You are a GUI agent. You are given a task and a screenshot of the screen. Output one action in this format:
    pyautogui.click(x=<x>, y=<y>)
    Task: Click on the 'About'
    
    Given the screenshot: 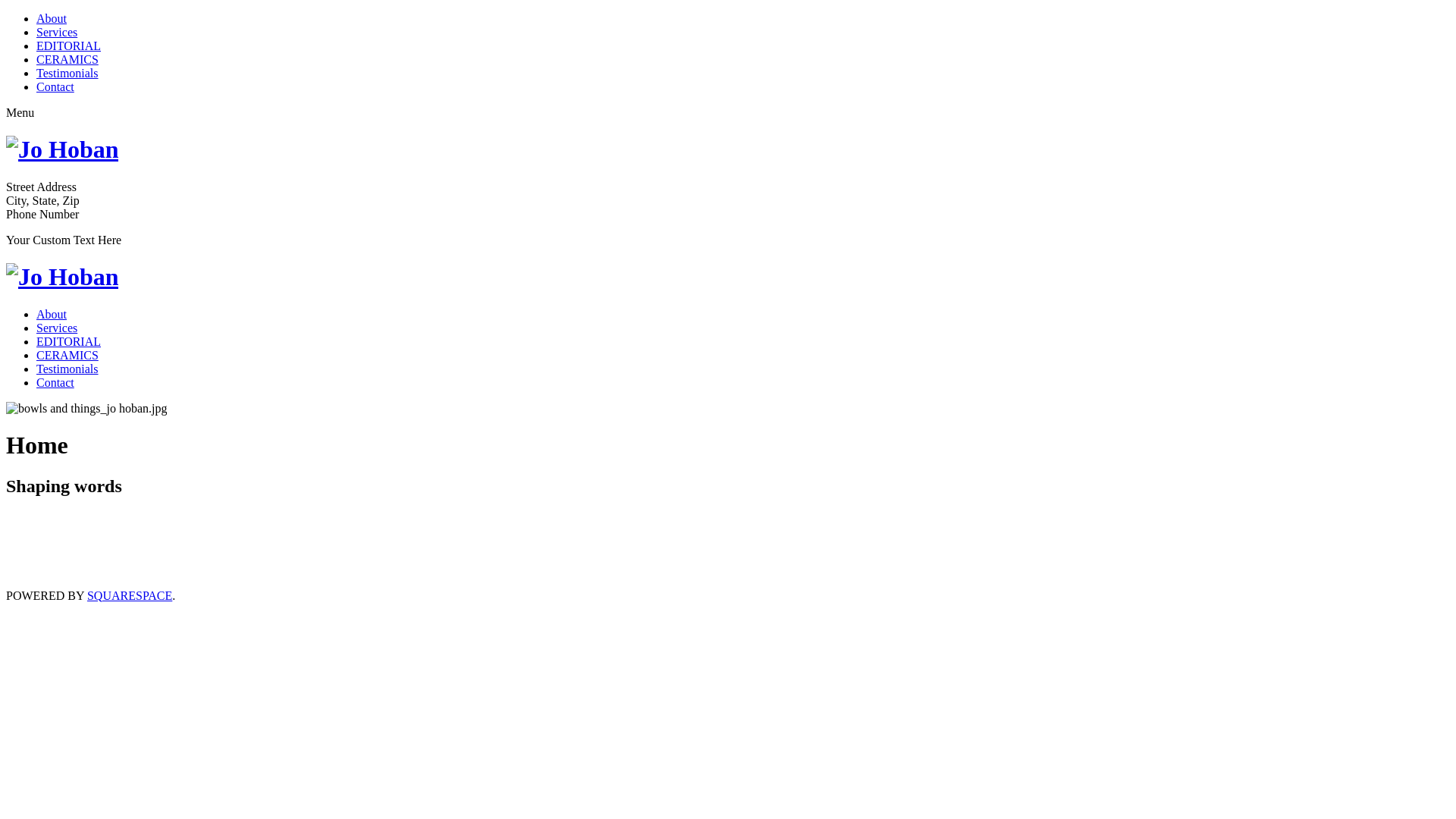 What is the action you would take?
    pyautogui.click(x=36, y=313)
    